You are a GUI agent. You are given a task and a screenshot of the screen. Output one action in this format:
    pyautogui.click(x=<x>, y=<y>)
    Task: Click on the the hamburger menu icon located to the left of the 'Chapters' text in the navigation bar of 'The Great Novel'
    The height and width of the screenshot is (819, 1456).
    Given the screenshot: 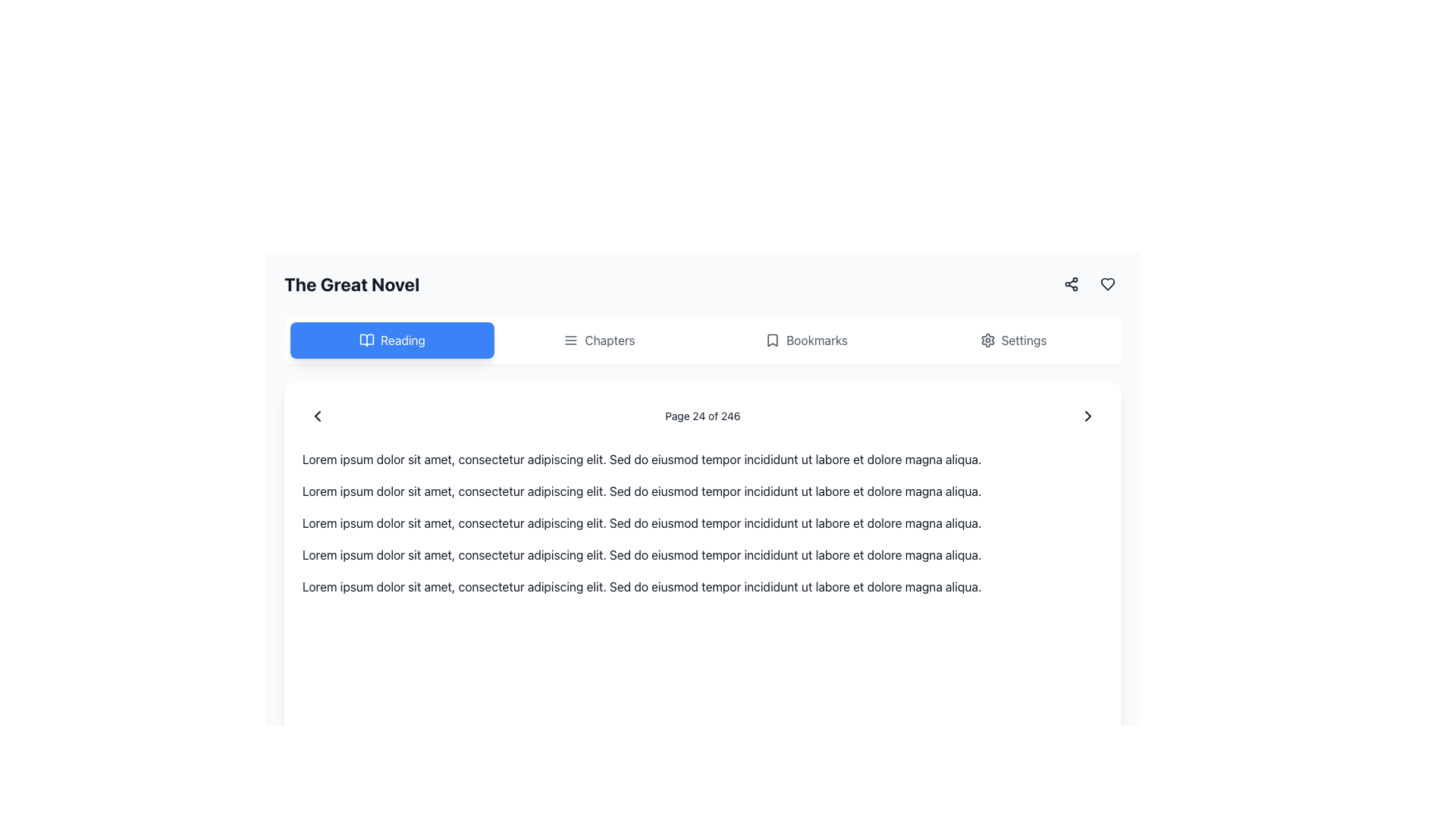 What is the action you would take?
    pyautogui.click(x=570, y=339)
    